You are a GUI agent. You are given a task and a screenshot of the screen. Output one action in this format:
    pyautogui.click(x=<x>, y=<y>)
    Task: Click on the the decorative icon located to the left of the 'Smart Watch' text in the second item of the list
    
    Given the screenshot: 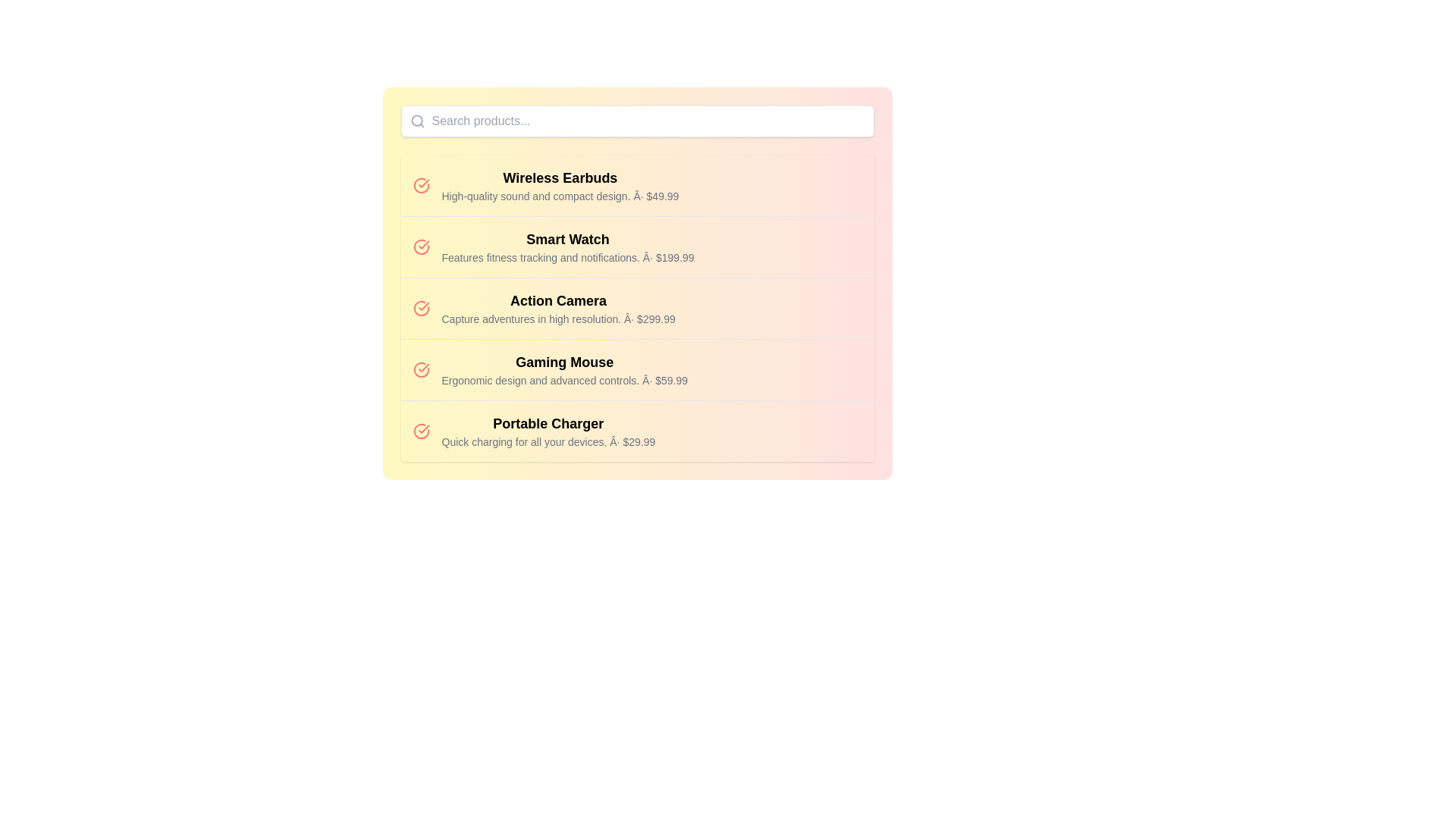 What is the action you would take?
    pyautogui.click(x=421, y=246)
    